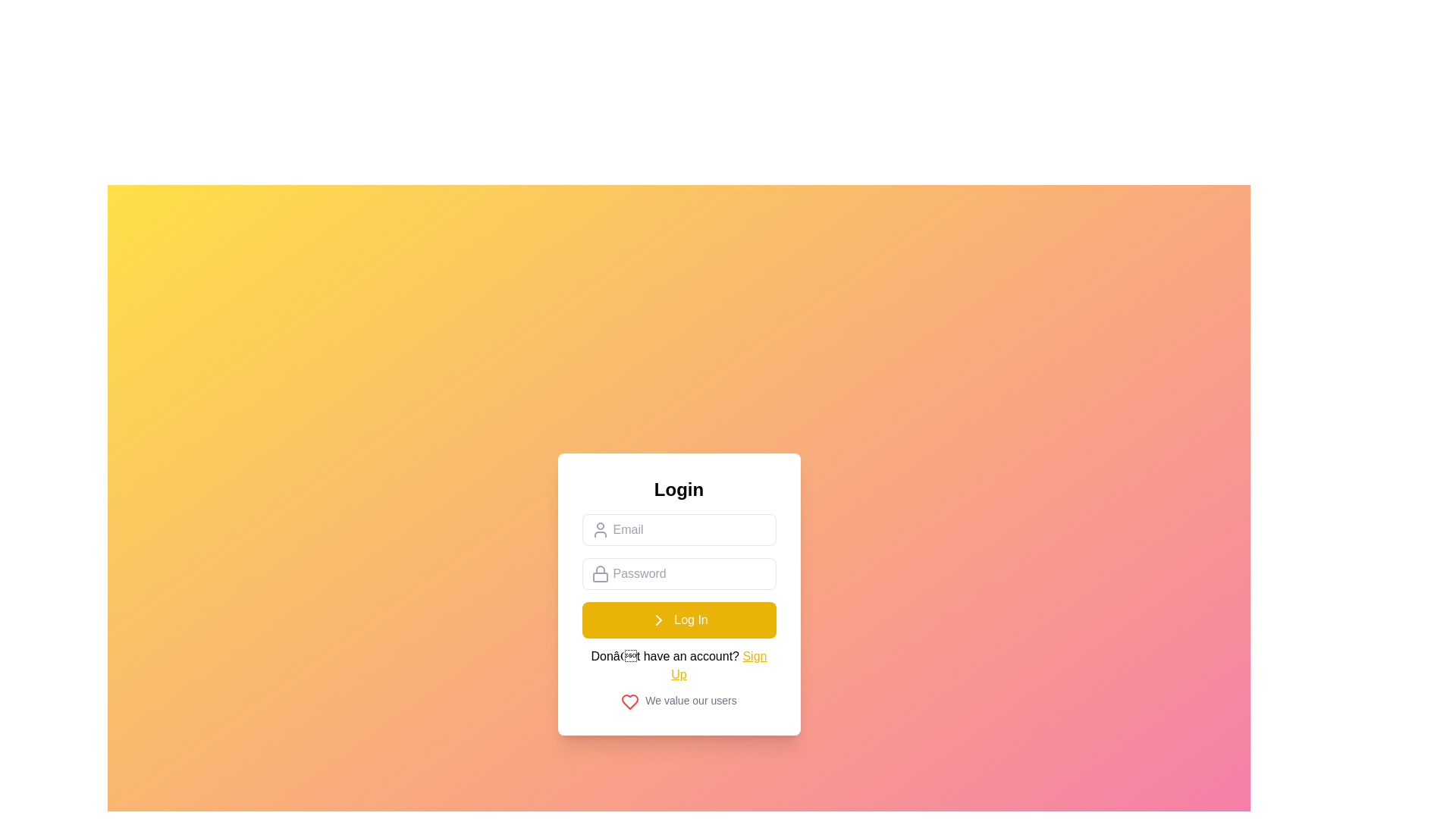 This screenshot has width=1456, height=819. Describe the element at coordinates (599, 529) in the screenshot. I see `the small user icon, which is represented by an outline of a person, located to the left of the 'Email' input field on the login form` at that location.